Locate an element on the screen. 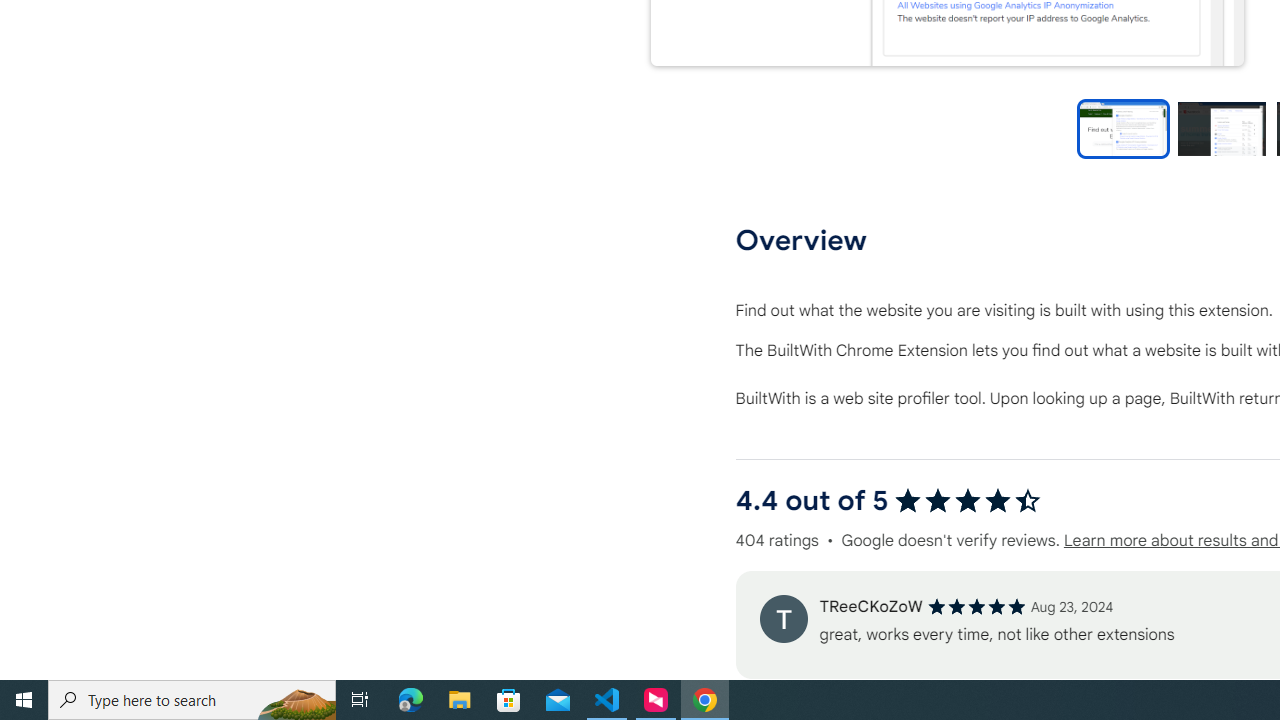 The height and width of the screenshot is (720, 1280). 'Review' is located at coordinates (782, 617).